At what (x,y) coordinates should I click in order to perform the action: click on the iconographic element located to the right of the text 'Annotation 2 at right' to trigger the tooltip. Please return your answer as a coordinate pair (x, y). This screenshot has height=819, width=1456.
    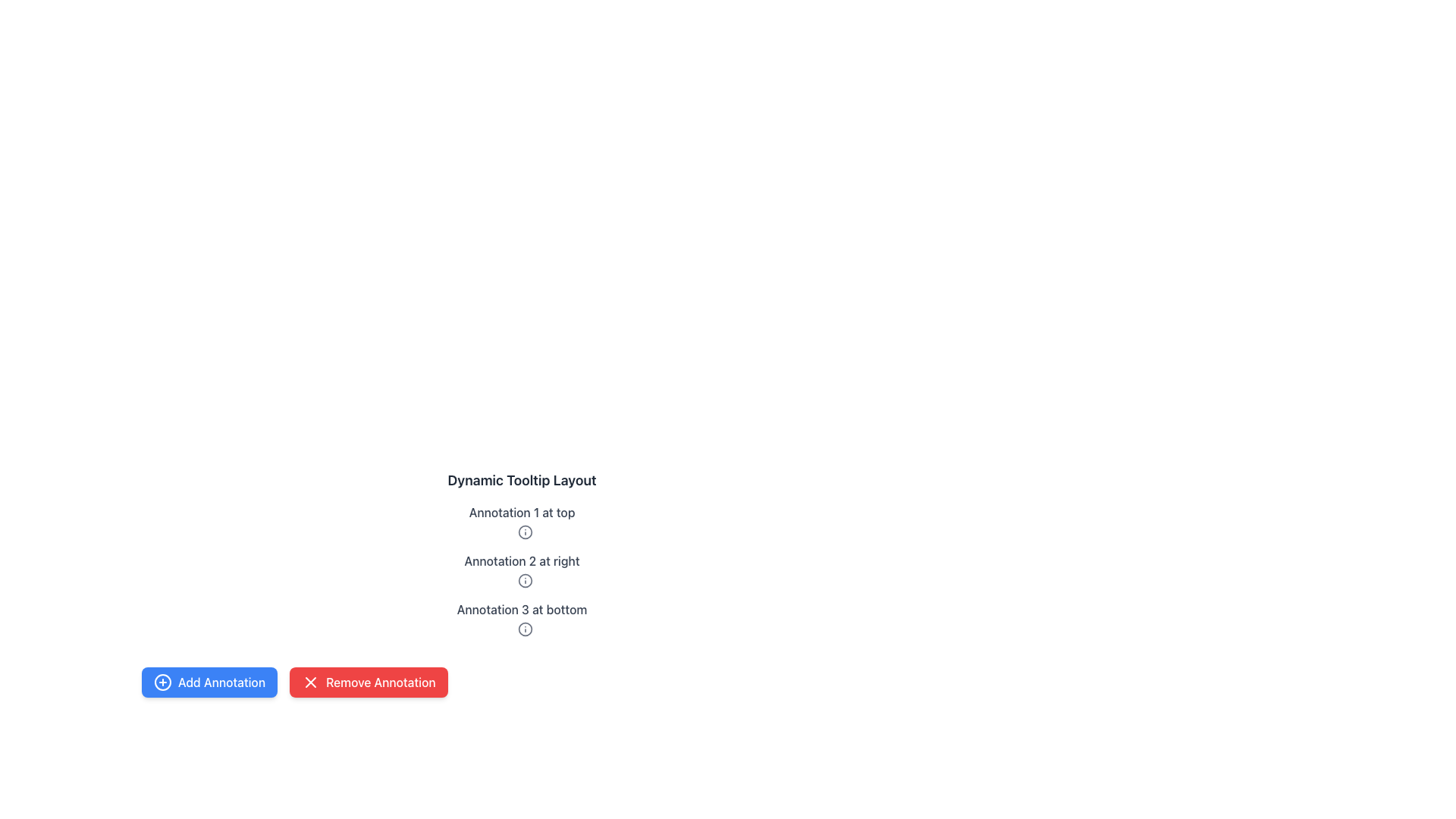
    Looking at the image, I should click on (525, 580).